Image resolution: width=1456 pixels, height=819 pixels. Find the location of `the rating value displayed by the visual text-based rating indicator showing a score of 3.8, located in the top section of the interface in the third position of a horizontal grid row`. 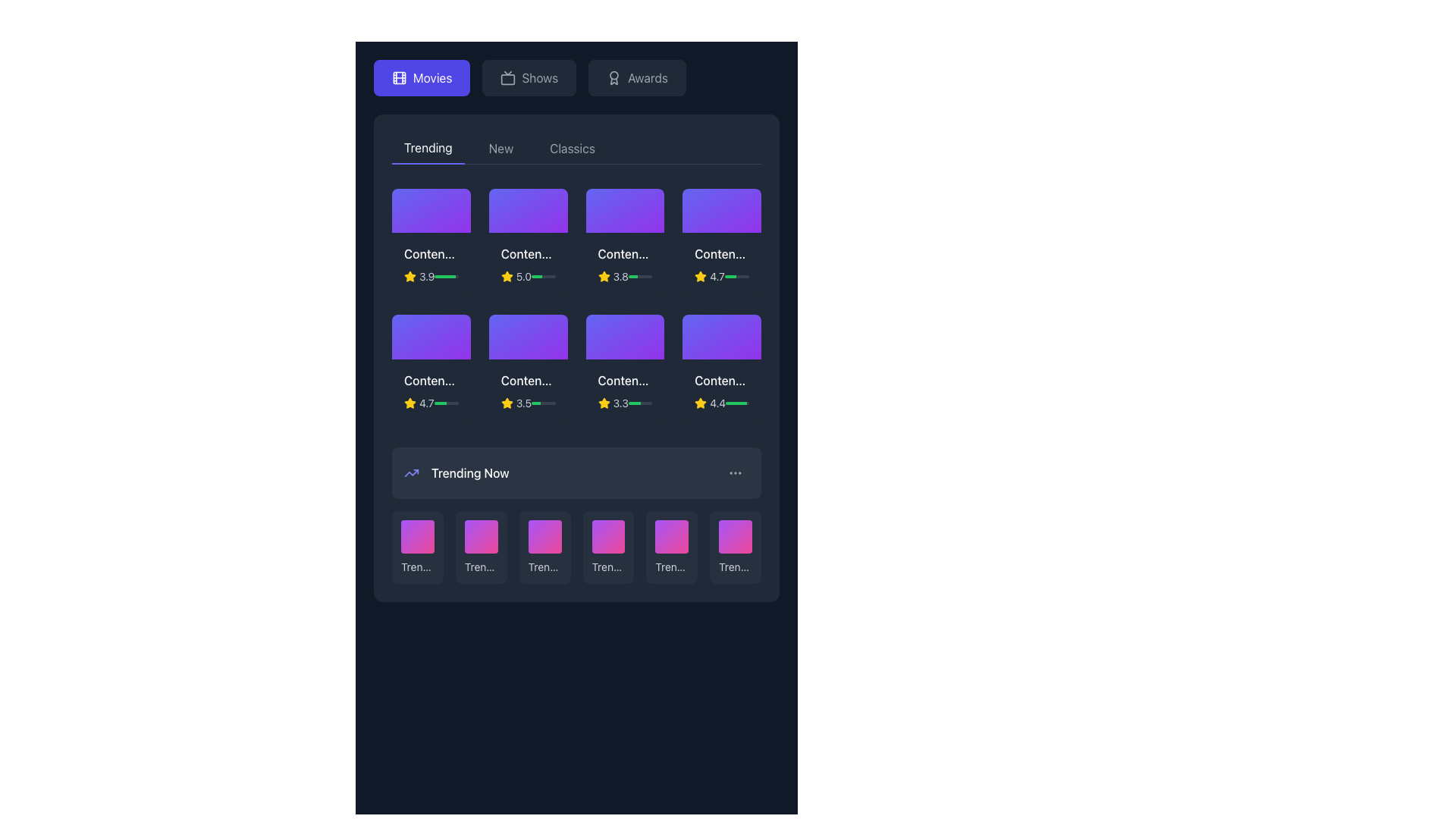

the rating value displayed by the visual text-based rating indicator showing a score of 3.8, located in the top section of the interface in the third position of a horizontal grid row is located at coordinates (613, 277).